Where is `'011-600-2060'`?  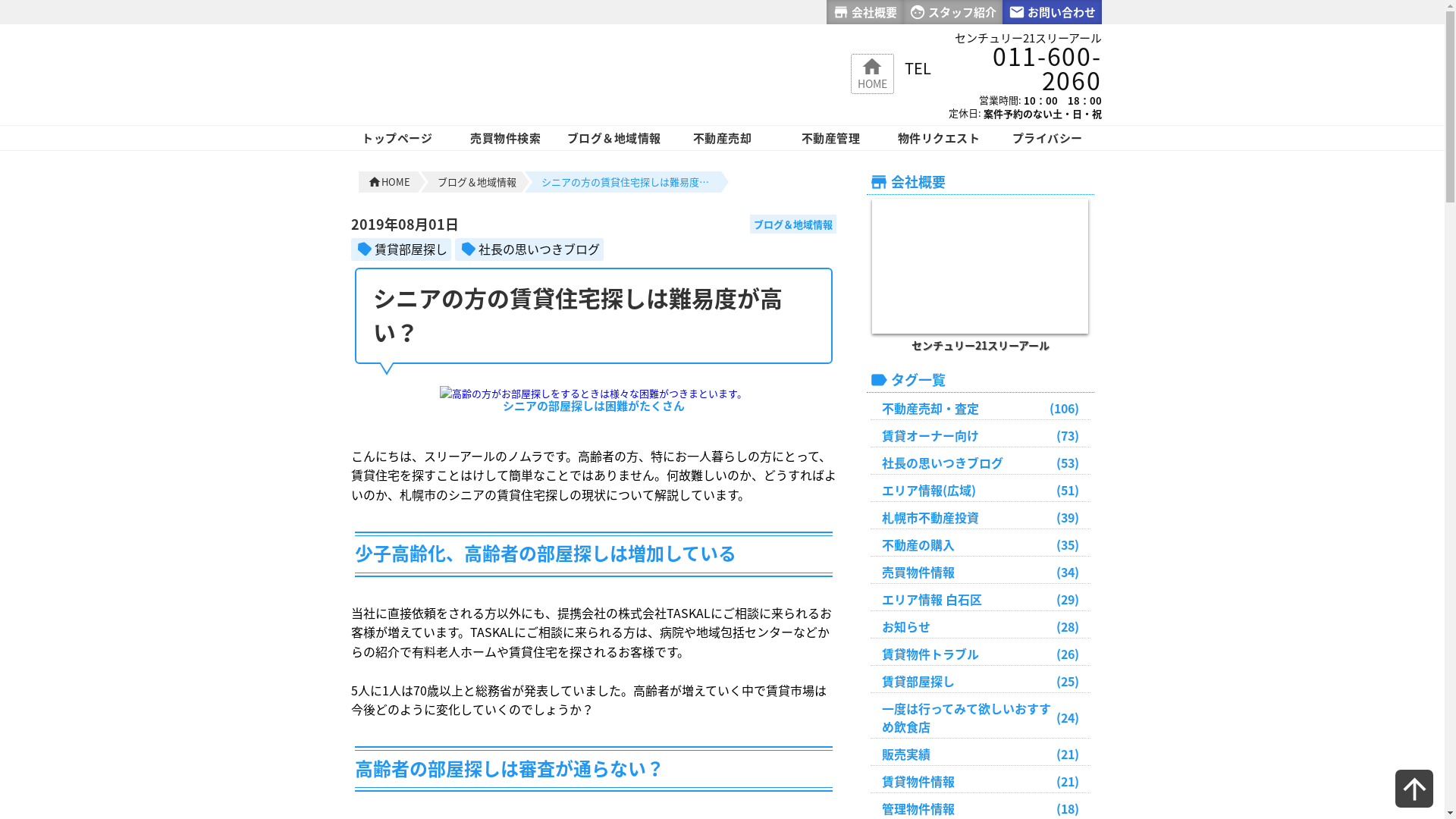
'011-600-2060' is located at coordinates (1016, 67).